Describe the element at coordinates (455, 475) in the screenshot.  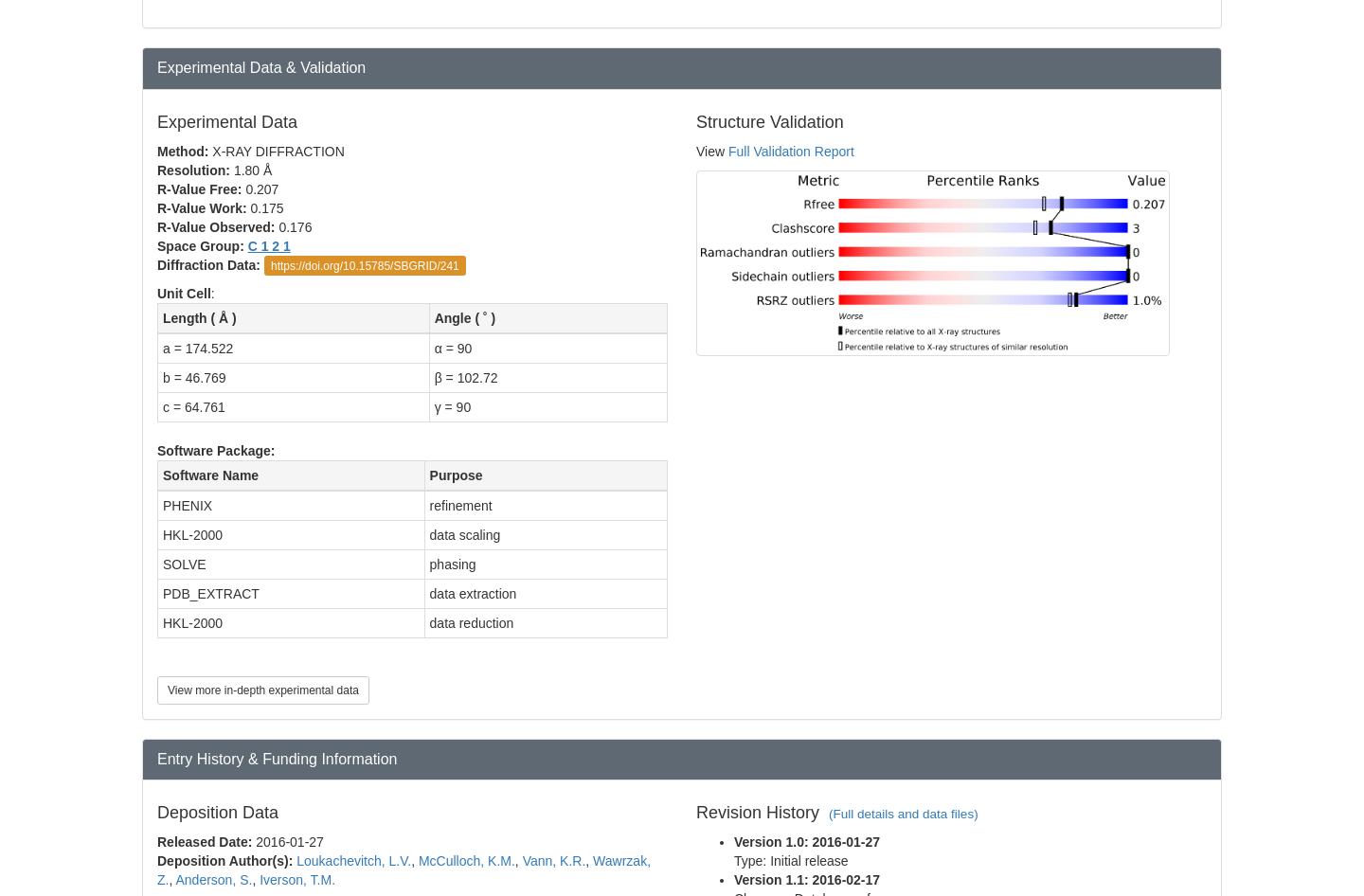
I see `'Purpose'` at that location.